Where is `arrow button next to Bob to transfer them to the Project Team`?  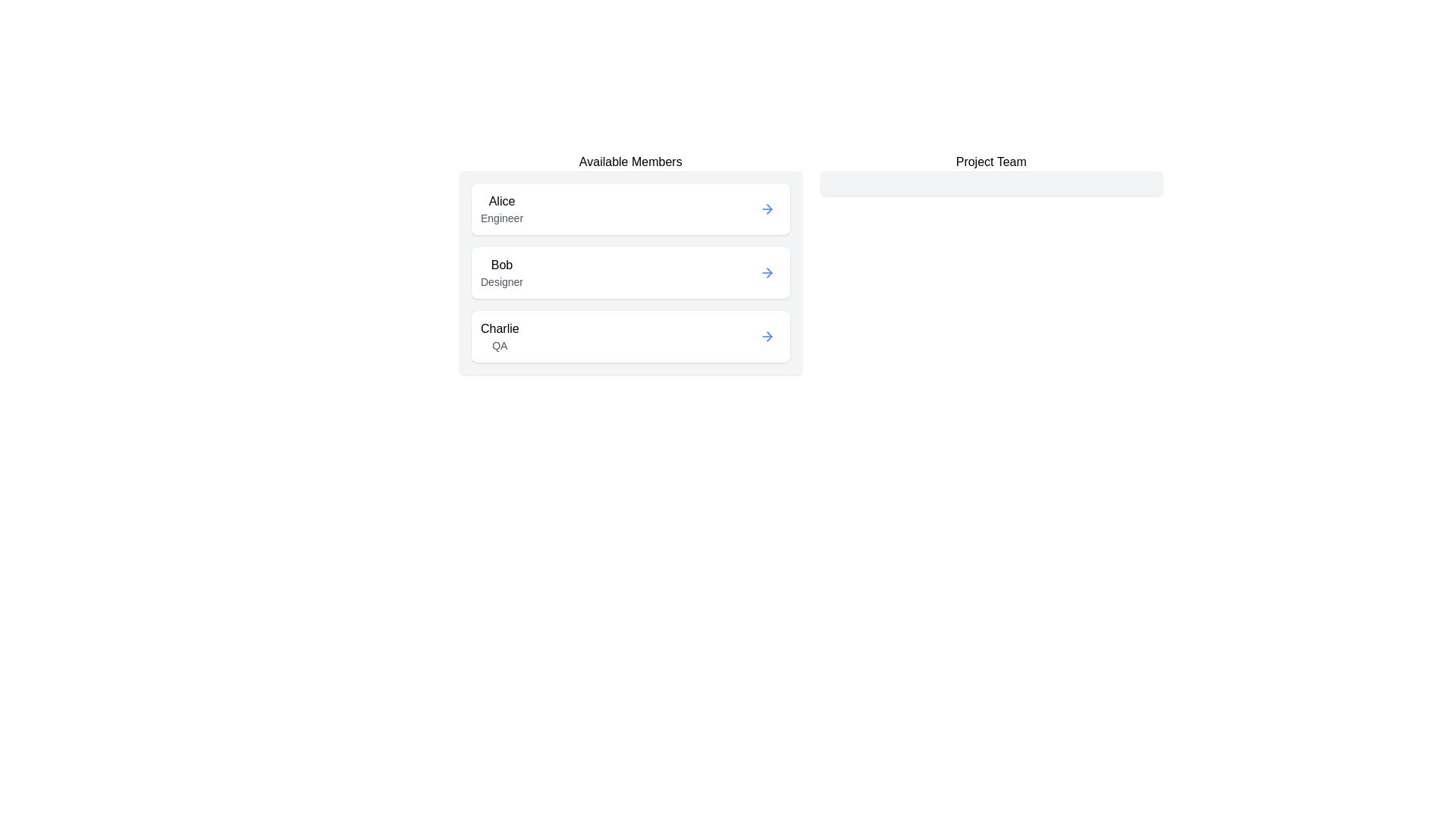 arrow button next to Bob to transfer them to the Project Team is located at coordinates (767, 271).